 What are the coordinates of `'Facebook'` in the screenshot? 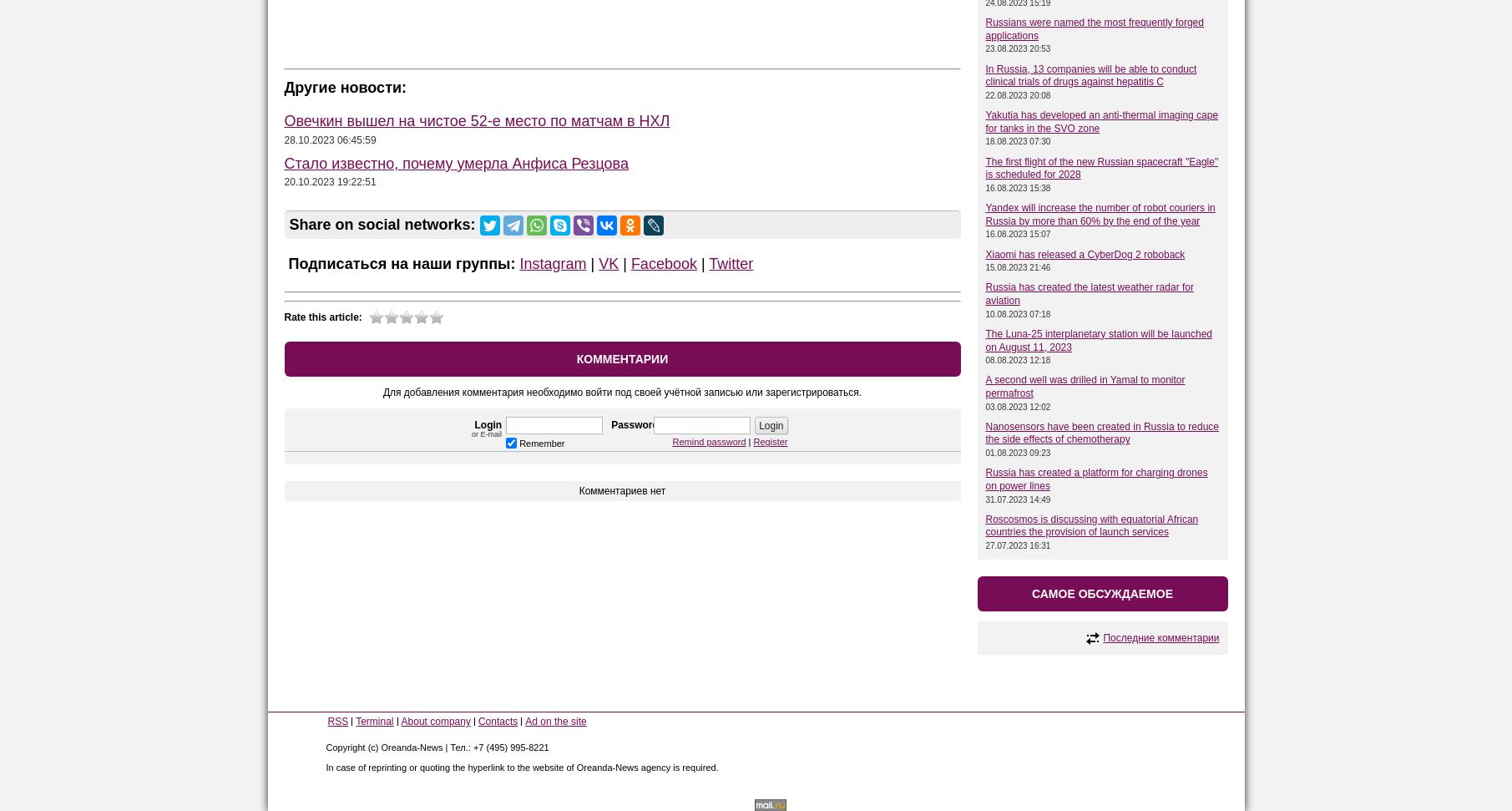 It's located at (662, 262).